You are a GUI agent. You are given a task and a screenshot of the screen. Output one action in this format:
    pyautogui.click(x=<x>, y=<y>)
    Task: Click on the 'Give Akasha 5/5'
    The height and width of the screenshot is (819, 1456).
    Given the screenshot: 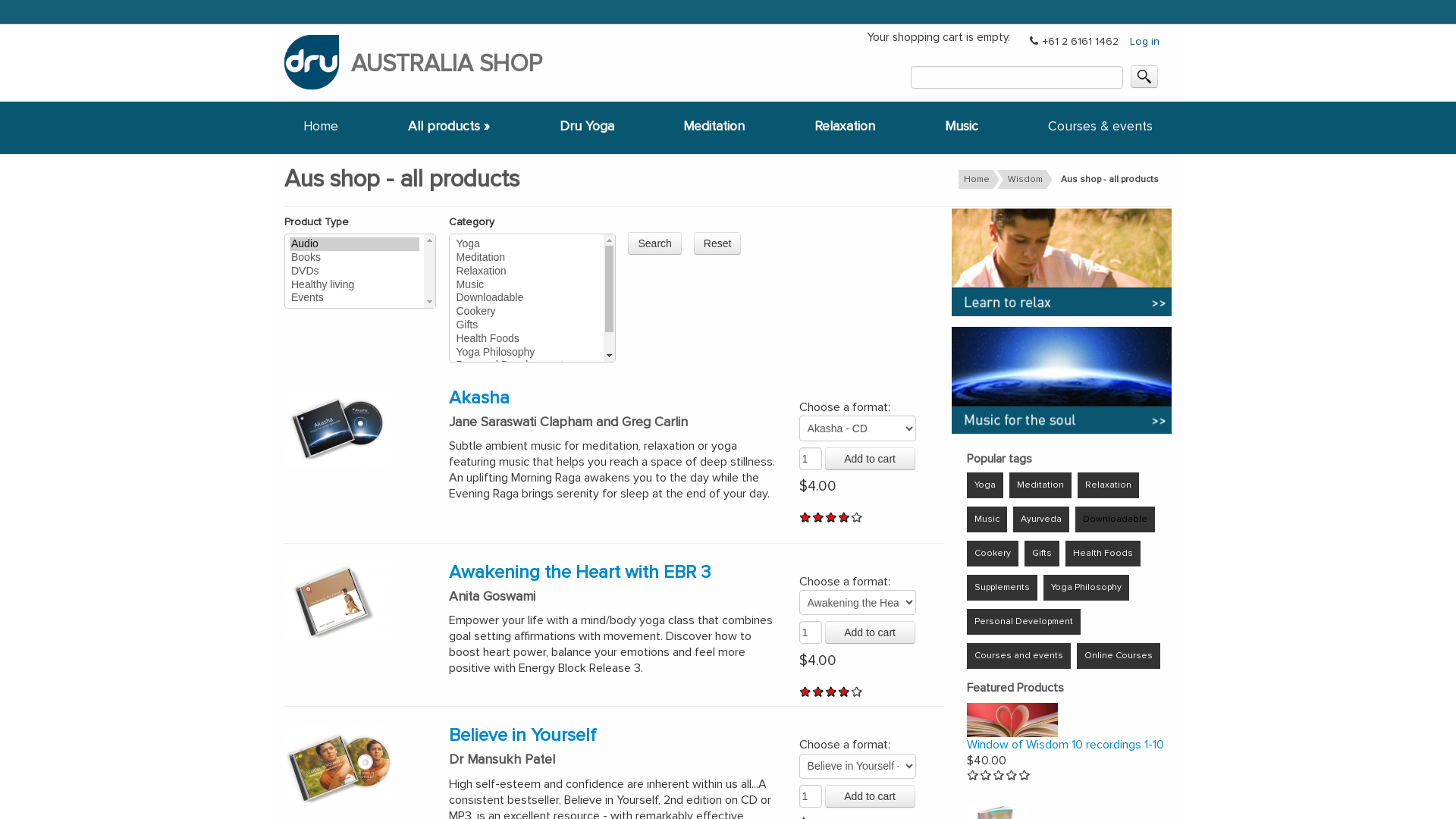 What is the action you would take?
    pyautogui.click(x=851, y=516)
    